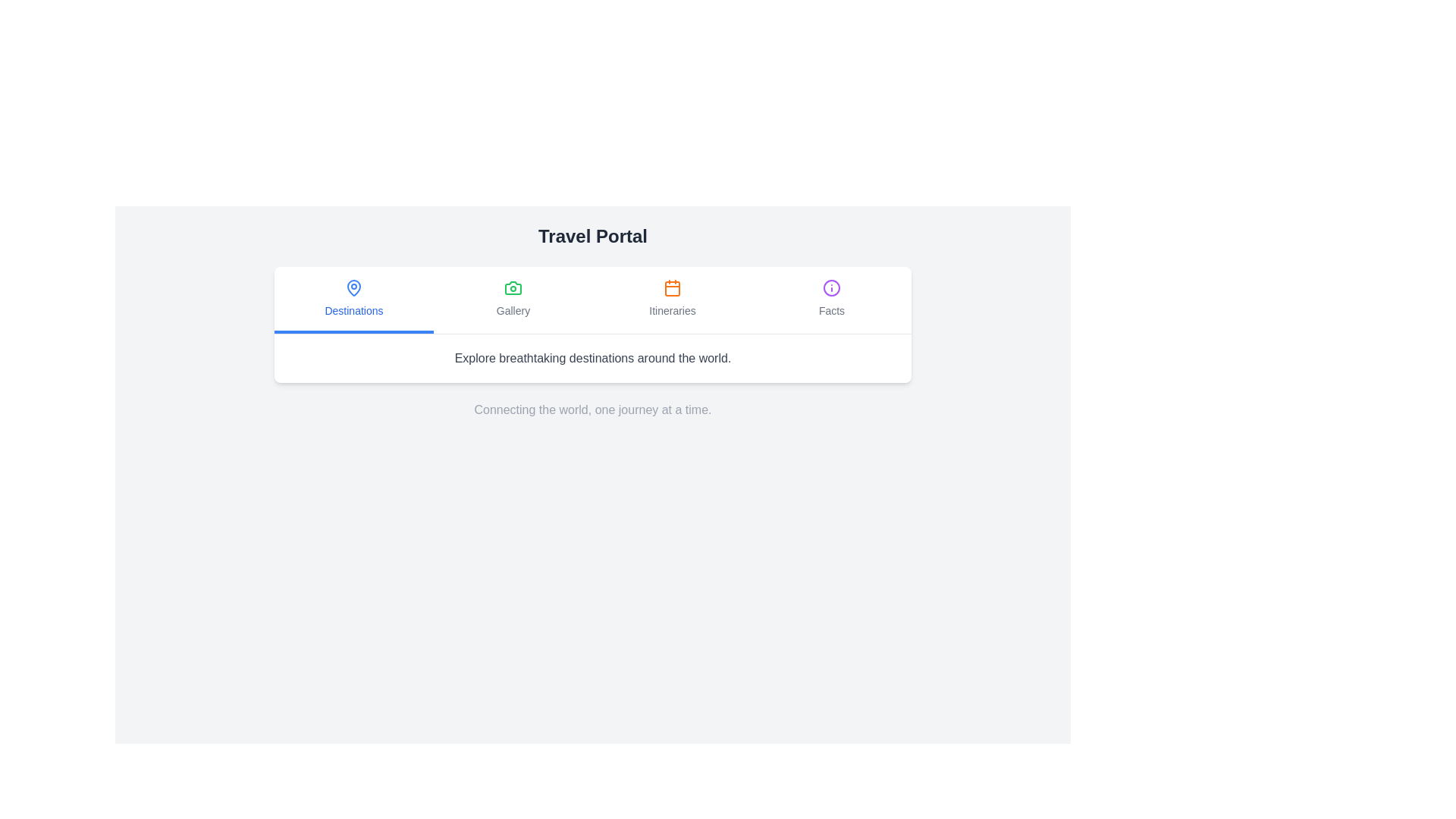  Describe the element at coordinates (353, 300) in the screenshot. I see `the first tab labeled 'Destinations' in the navigation bar` at that location.